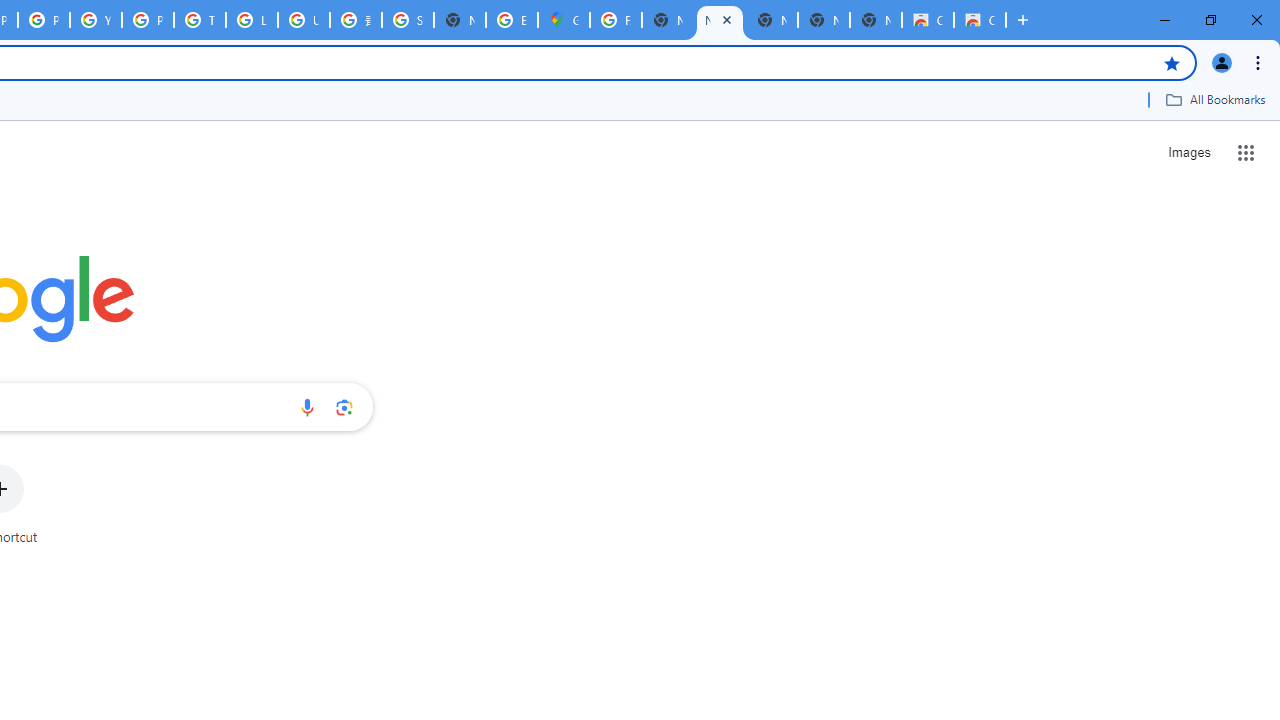  Describe the element at coordinates (1220, 61) in the screenshot. I see `'You'` at that location.